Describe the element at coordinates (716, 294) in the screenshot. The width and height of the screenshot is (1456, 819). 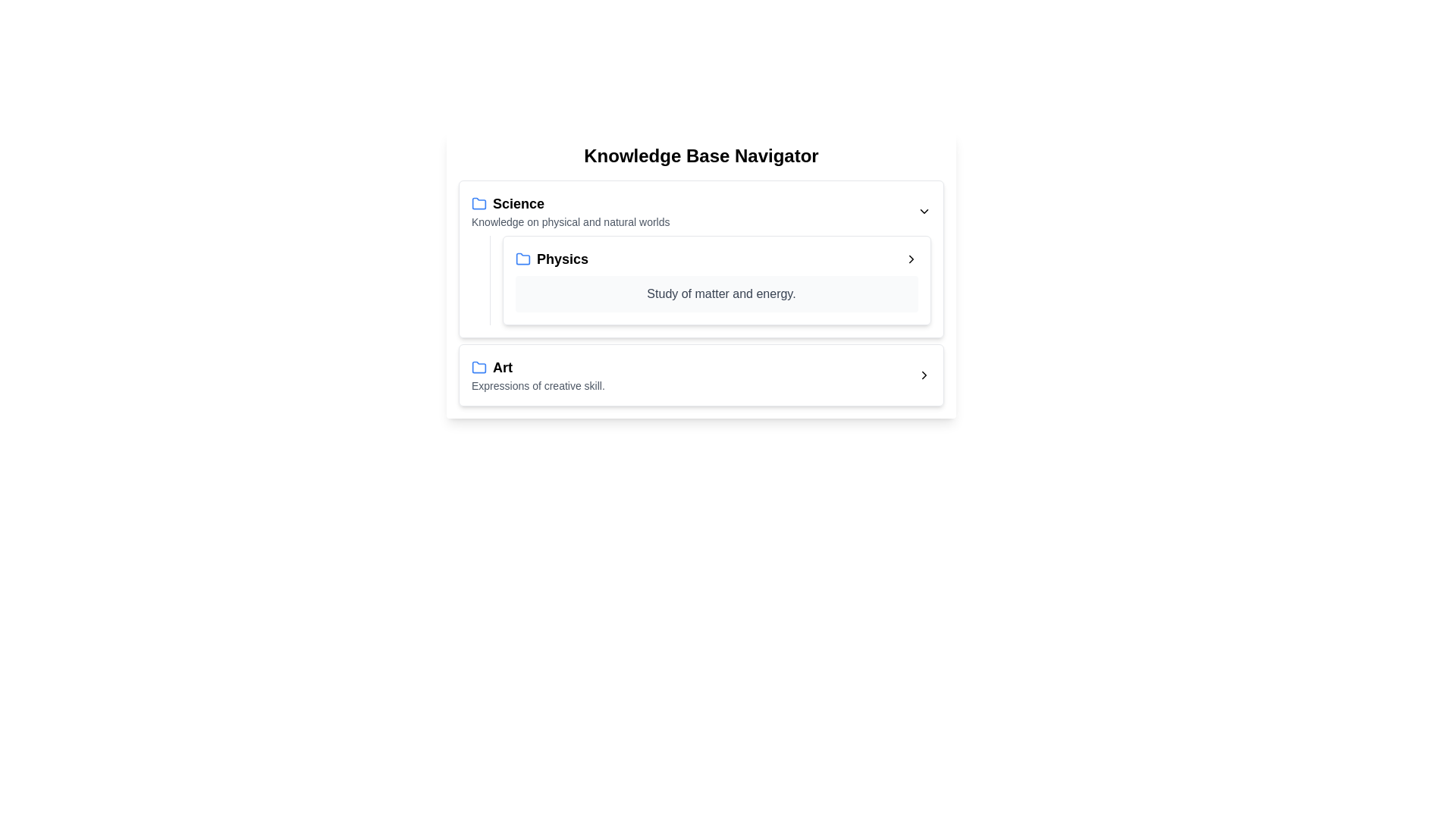
I see `the description text element in the 'Physics' section that provides a summary of the topics covered under this category, located below the title 'Physics' and adjacent to a folder icon and chevron` at that location.